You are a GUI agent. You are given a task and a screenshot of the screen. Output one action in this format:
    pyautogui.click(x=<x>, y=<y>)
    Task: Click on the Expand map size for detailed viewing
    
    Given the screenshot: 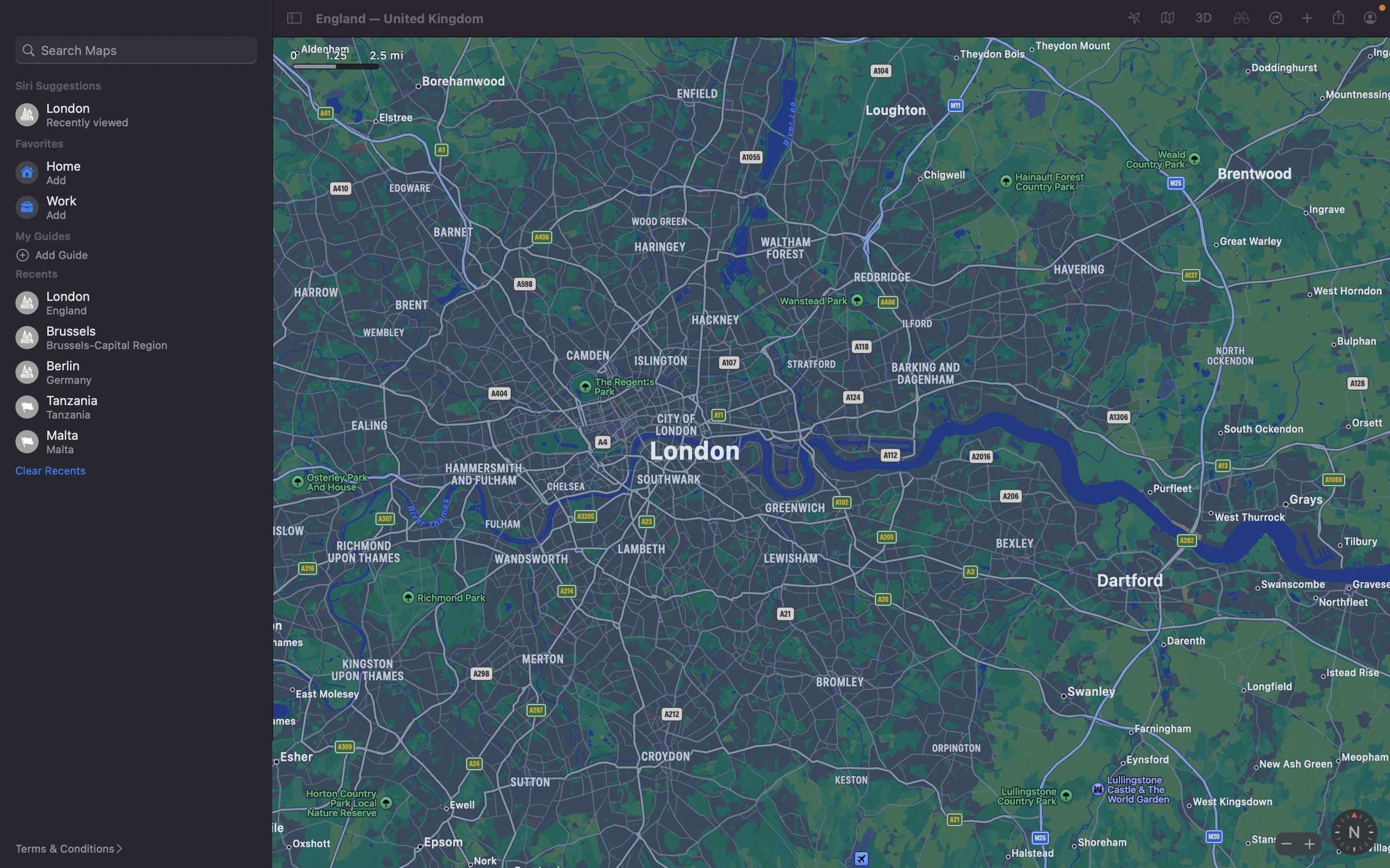 What is the action you would take?
    pyautogui.click(x=1307, y=843)
    